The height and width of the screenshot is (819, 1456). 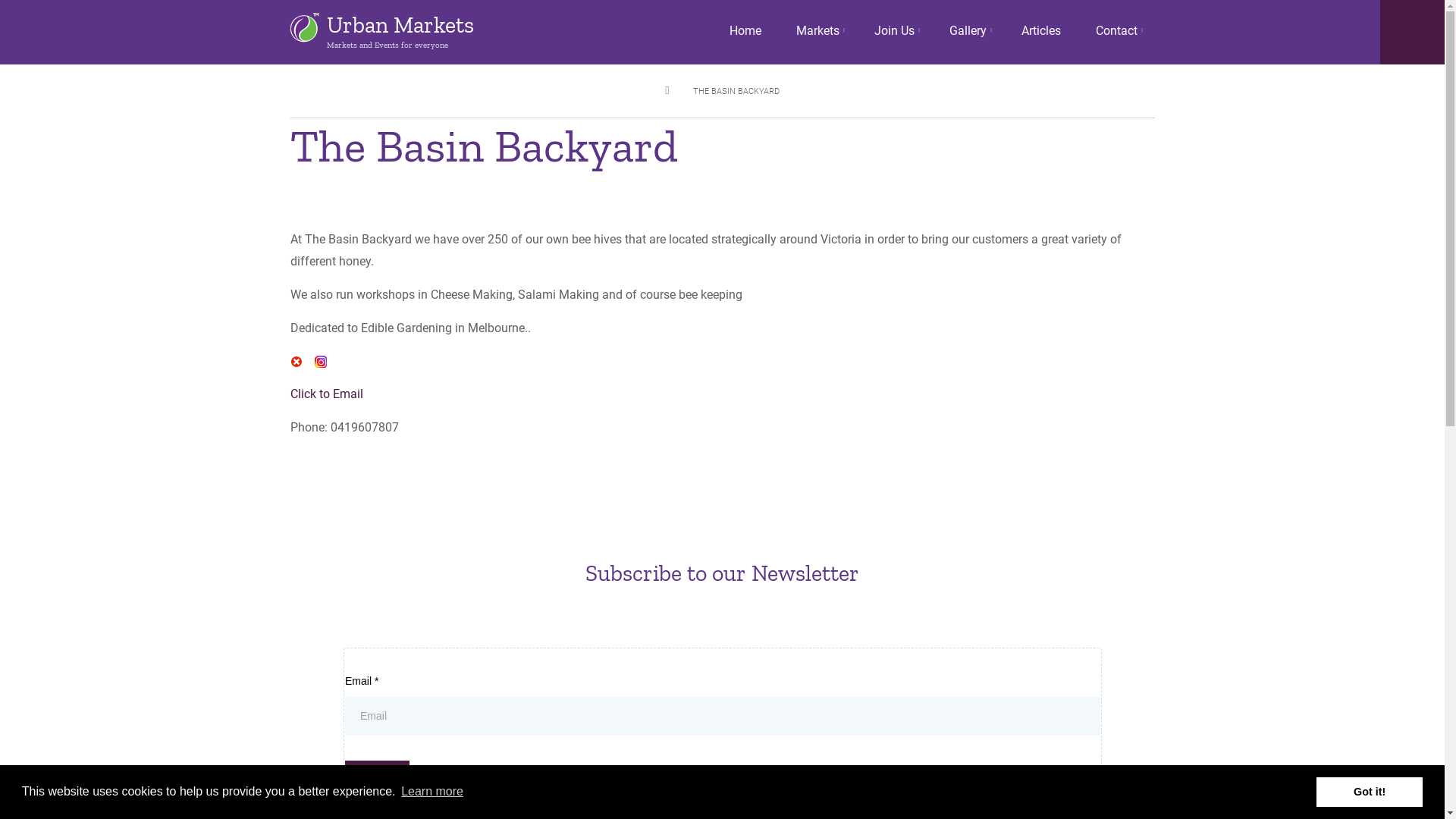 What do you see at coordinates (1369, 791) in the screenshot?
I see `'Got it!'` at bounding box center [1369, 791].